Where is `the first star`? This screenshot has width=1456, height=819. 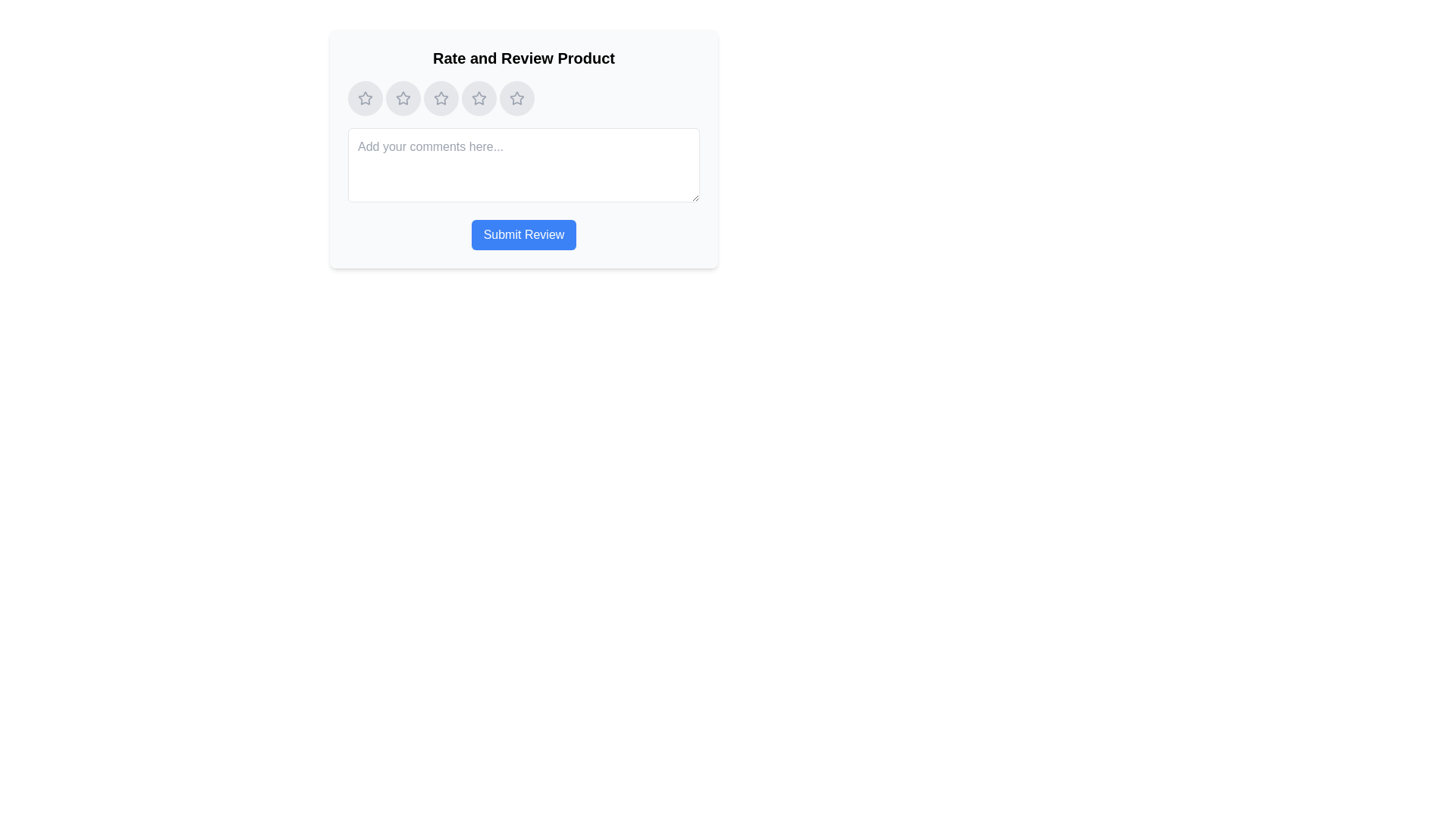
the first star is located at coordinates (365, 99).